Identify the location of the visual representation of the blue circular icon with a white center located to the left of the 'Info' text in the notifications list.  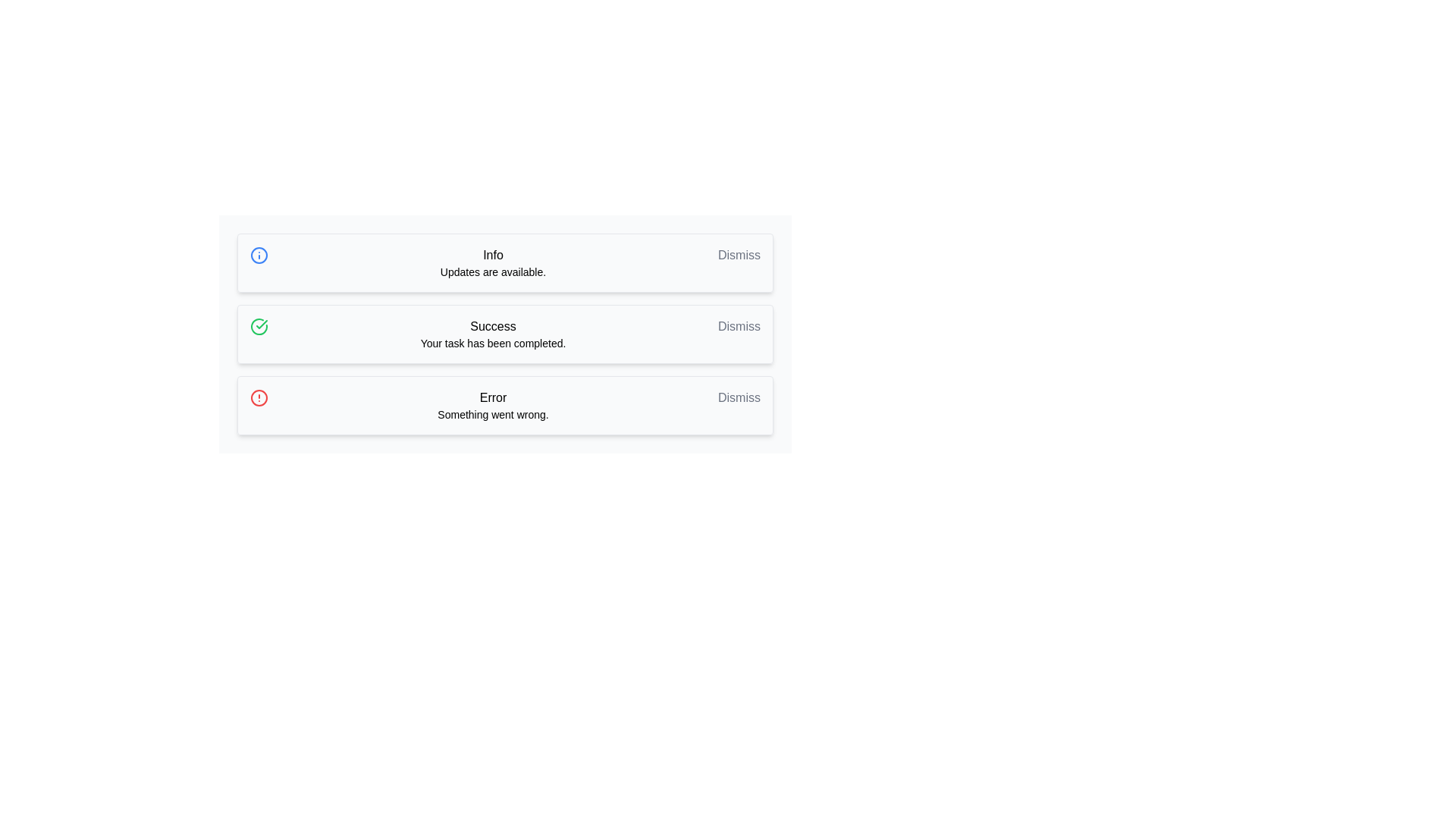
(259, 254).